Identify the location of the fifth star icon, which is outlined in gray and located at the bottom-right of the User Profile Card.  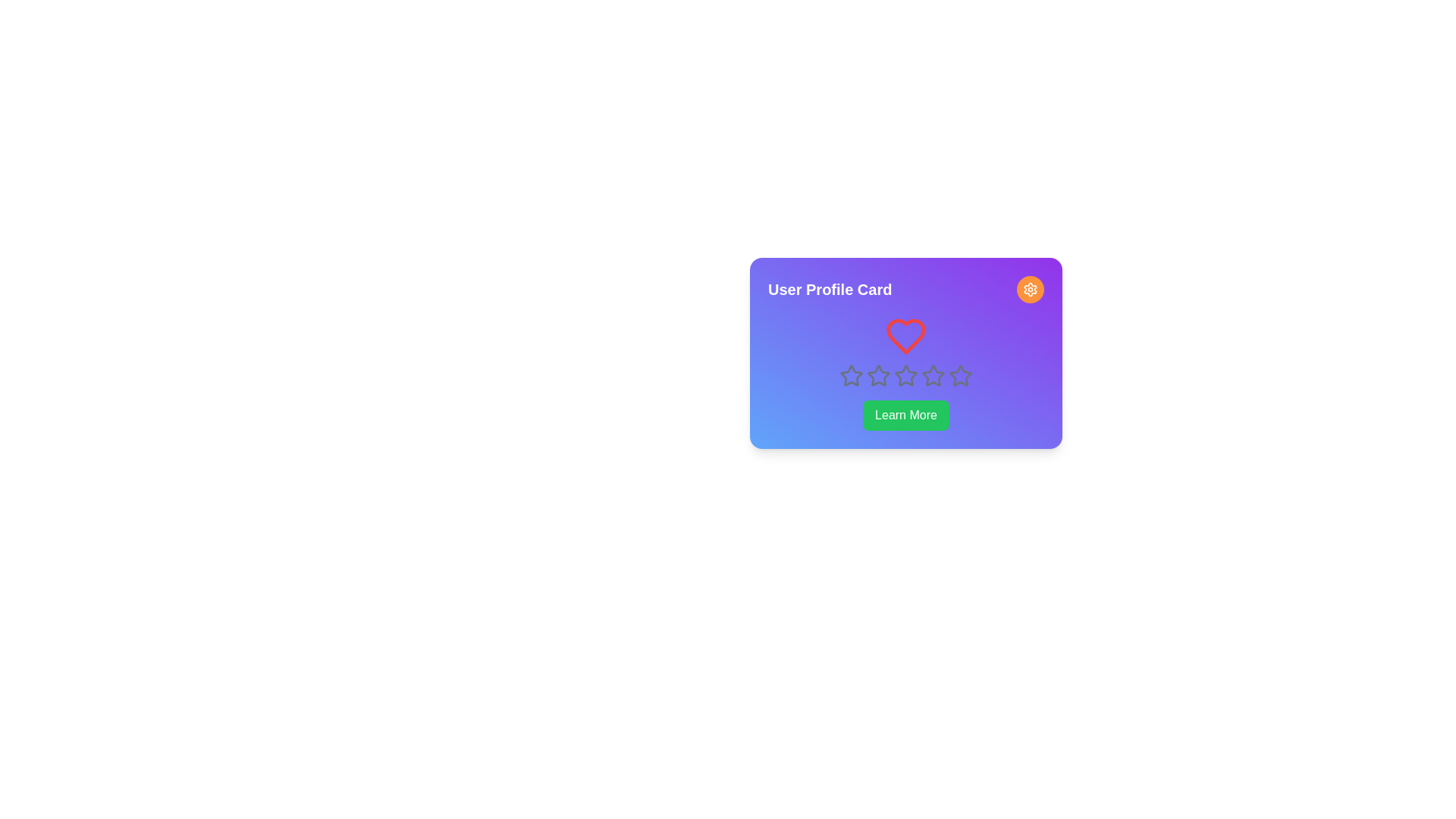
(960, 375).